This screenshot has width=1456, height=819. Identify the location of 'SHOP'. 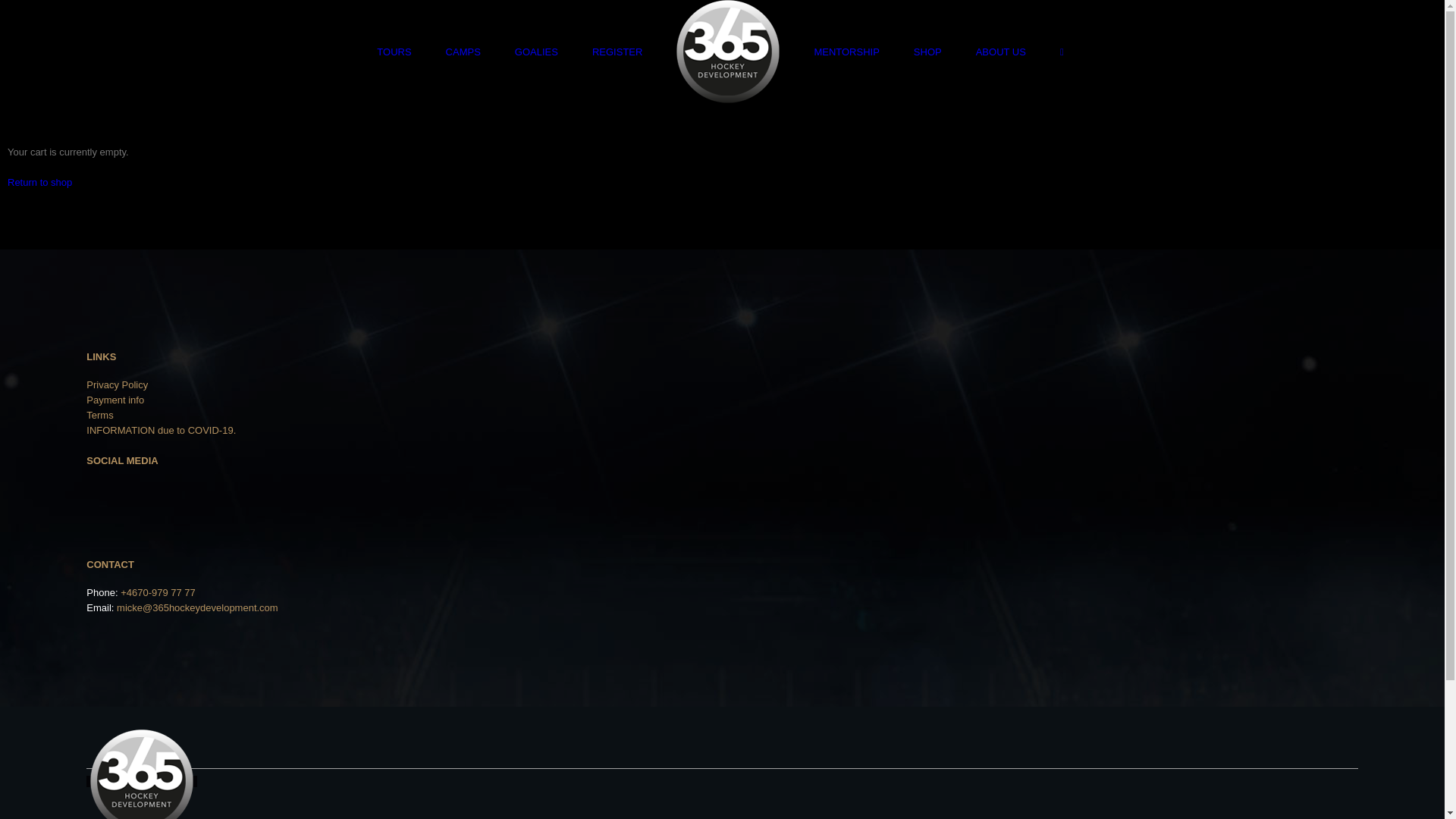
(912, 51).